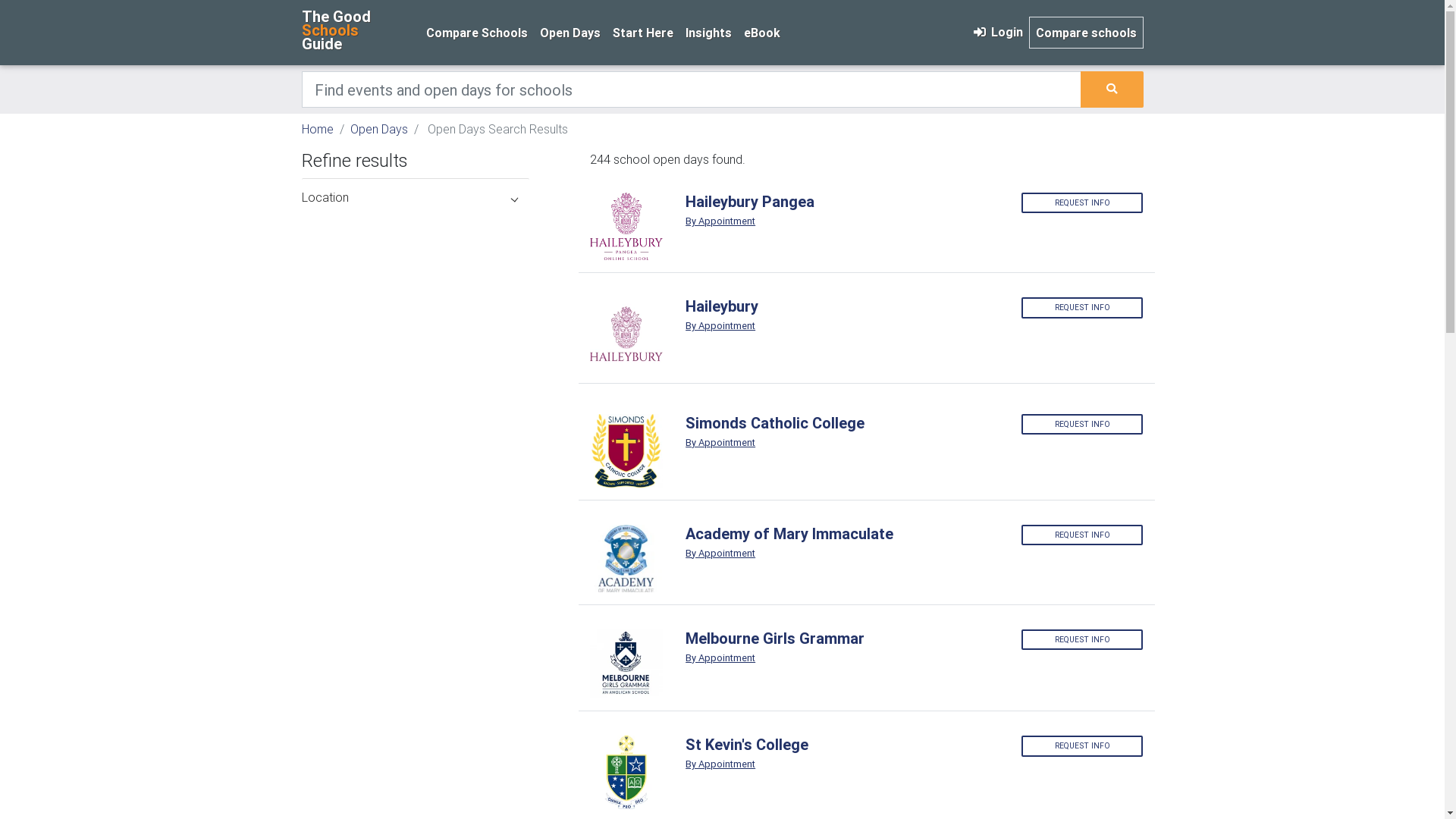  What do you see at coordinates (1081, 745) in the screenshot?
I see `'REQUEST INFO'` at bounding box center [1081, 745].